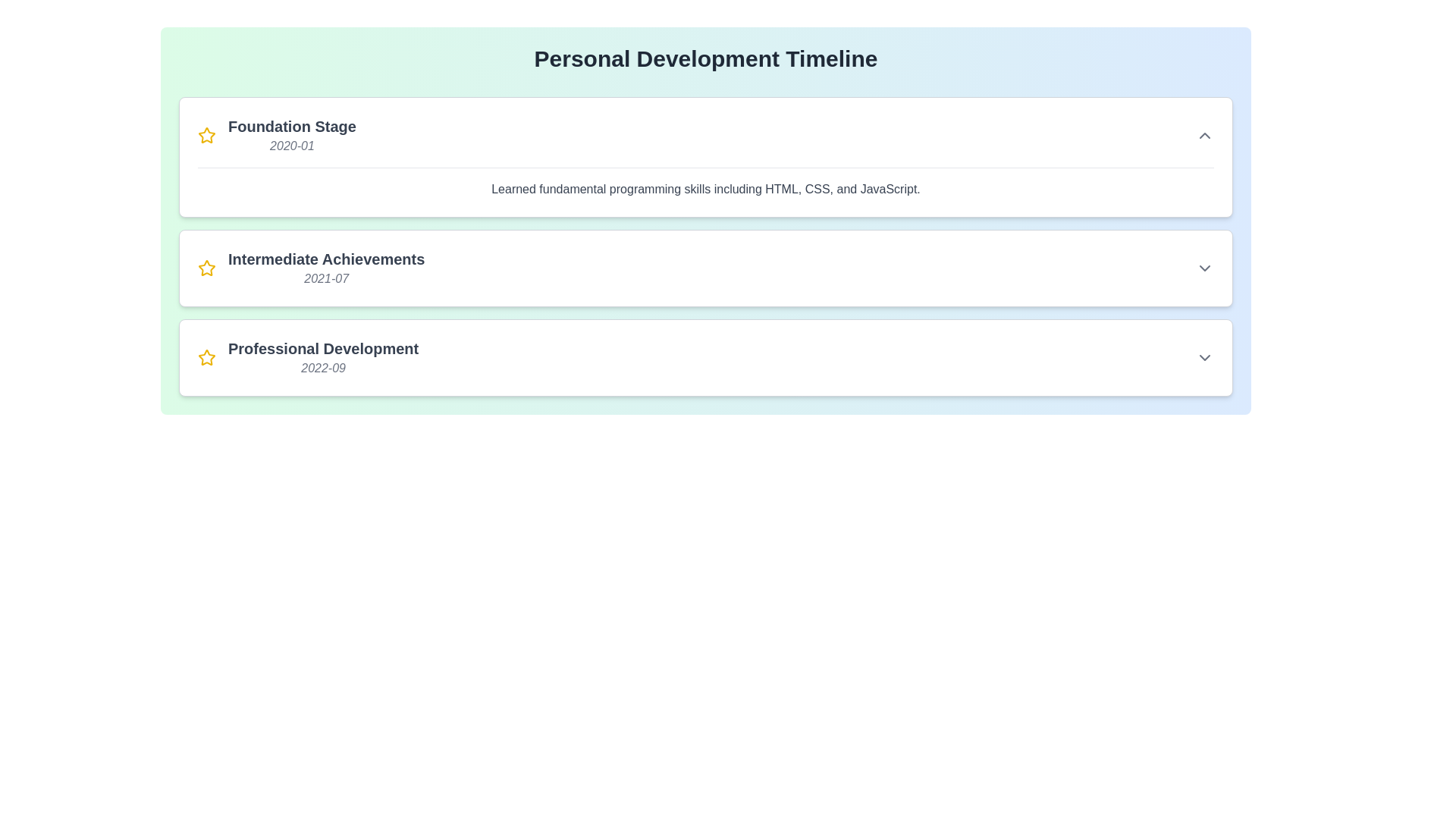  I want to click on the chevron icon at the far right end of the 'Professional Development' section, so click(1203, 357).